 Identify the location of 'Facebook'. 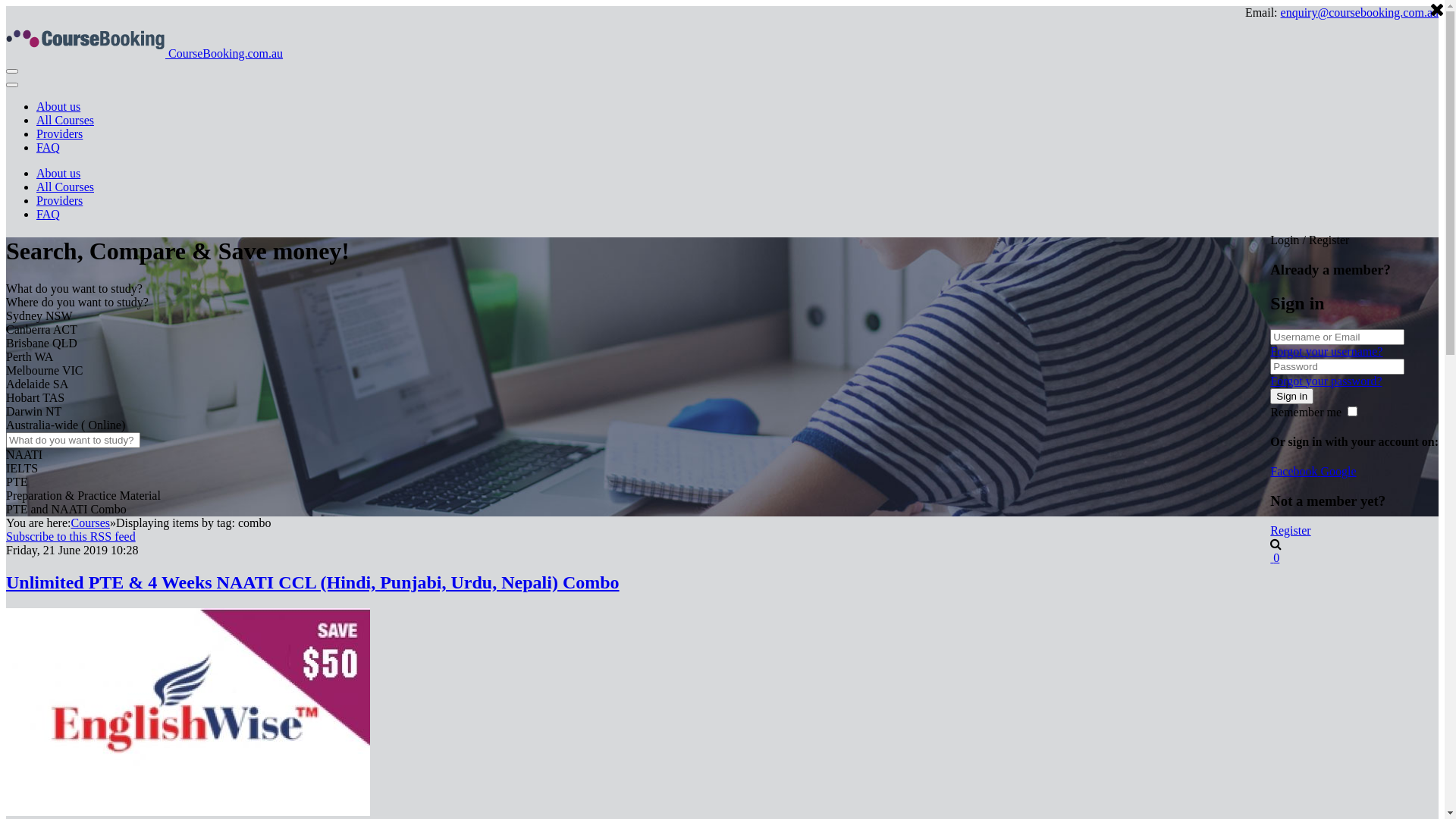
(1294, 470).